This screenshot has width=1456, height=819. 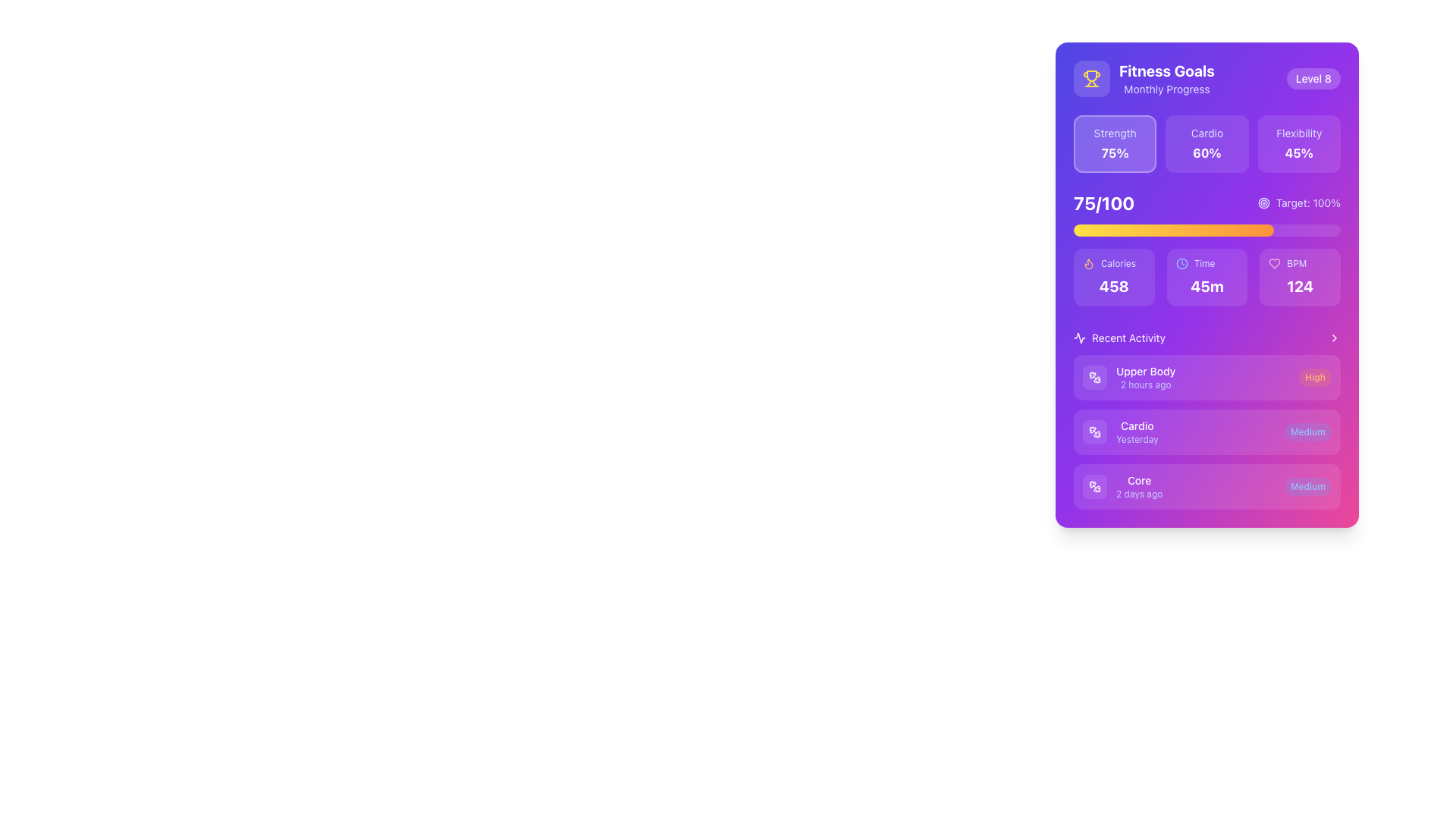 I want to click on the small right-arrow chevron icon located in the header bar labeled 'Recent Activity' on the far-right side, directly aligned with the text, so click(x=1335, y=337).